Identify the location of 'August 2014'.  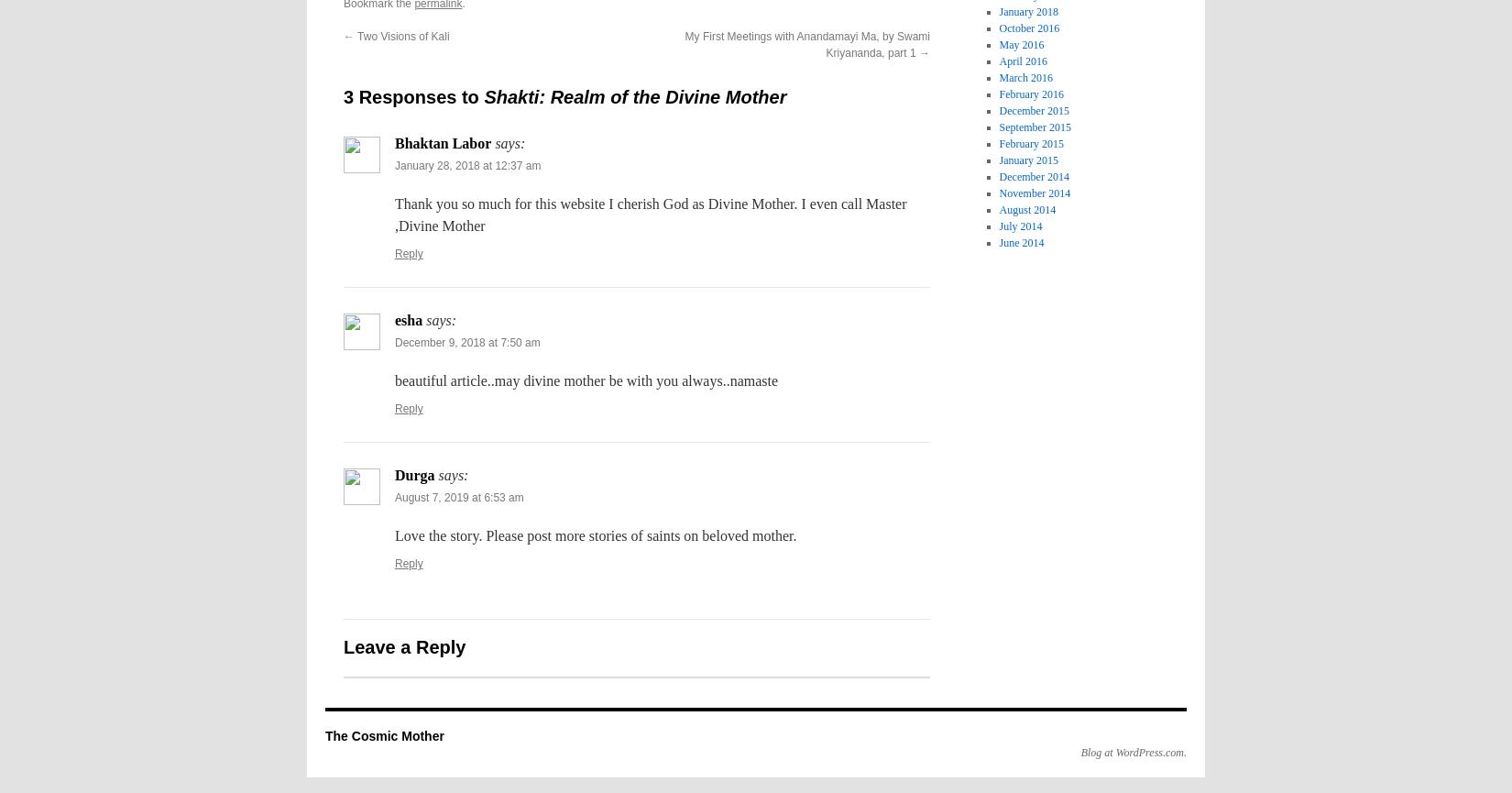
(1027, 208).